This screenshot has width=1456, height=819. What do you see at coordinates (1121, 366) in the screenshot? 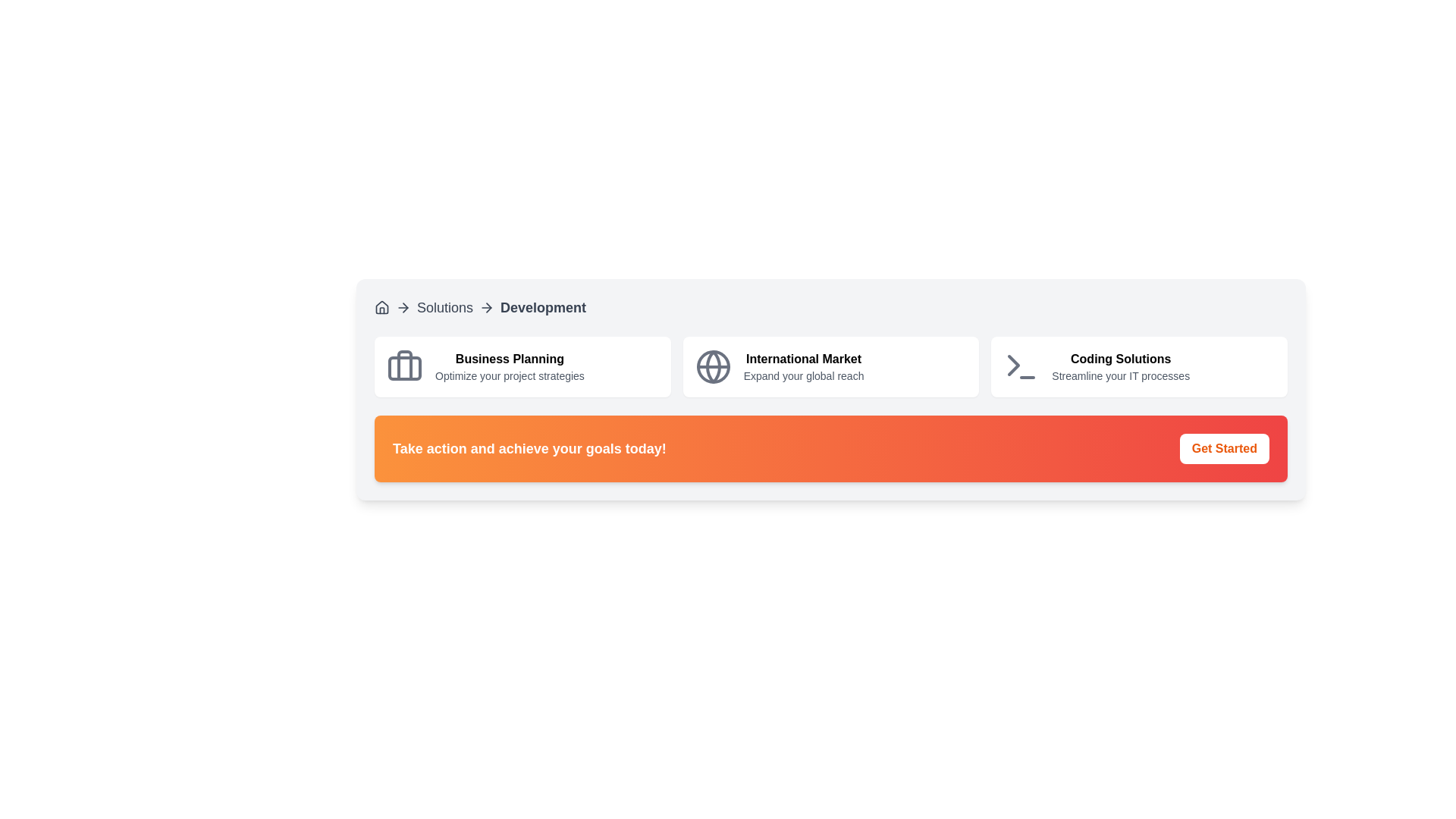
I see `TAB navigation` at bounding box center [1121, 366].